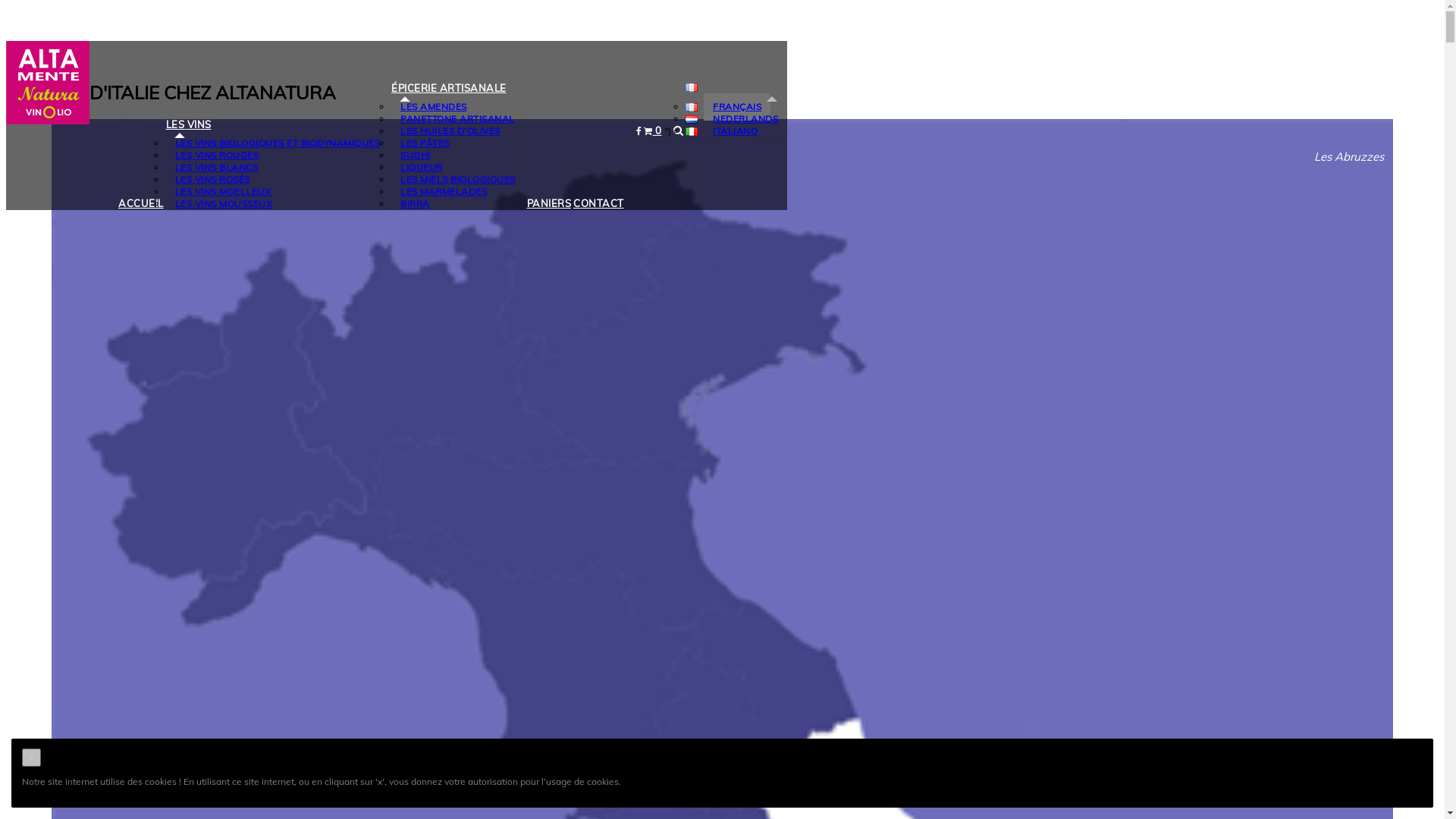 The image size is (1456, 819). What do you see at coordinates (165, 124) in the screenshot?
I see `'LES VINS'` at bounding box center [165, 124].